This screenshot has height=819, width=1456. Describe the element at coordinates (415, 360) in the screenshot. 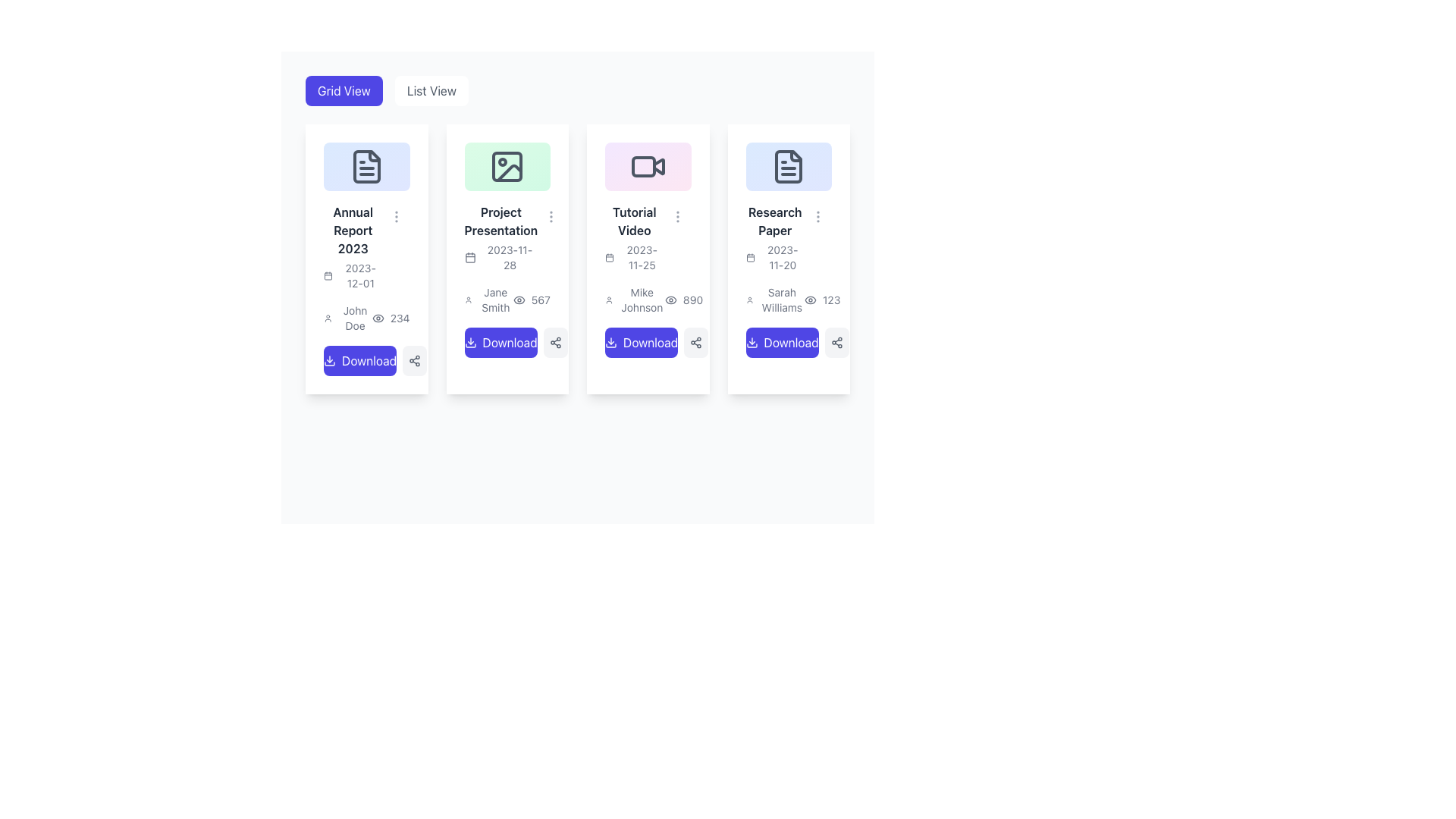

I see `the share button located to the immediate right of the 'Download' button within the 'Annual Report 2023' card` at that location.